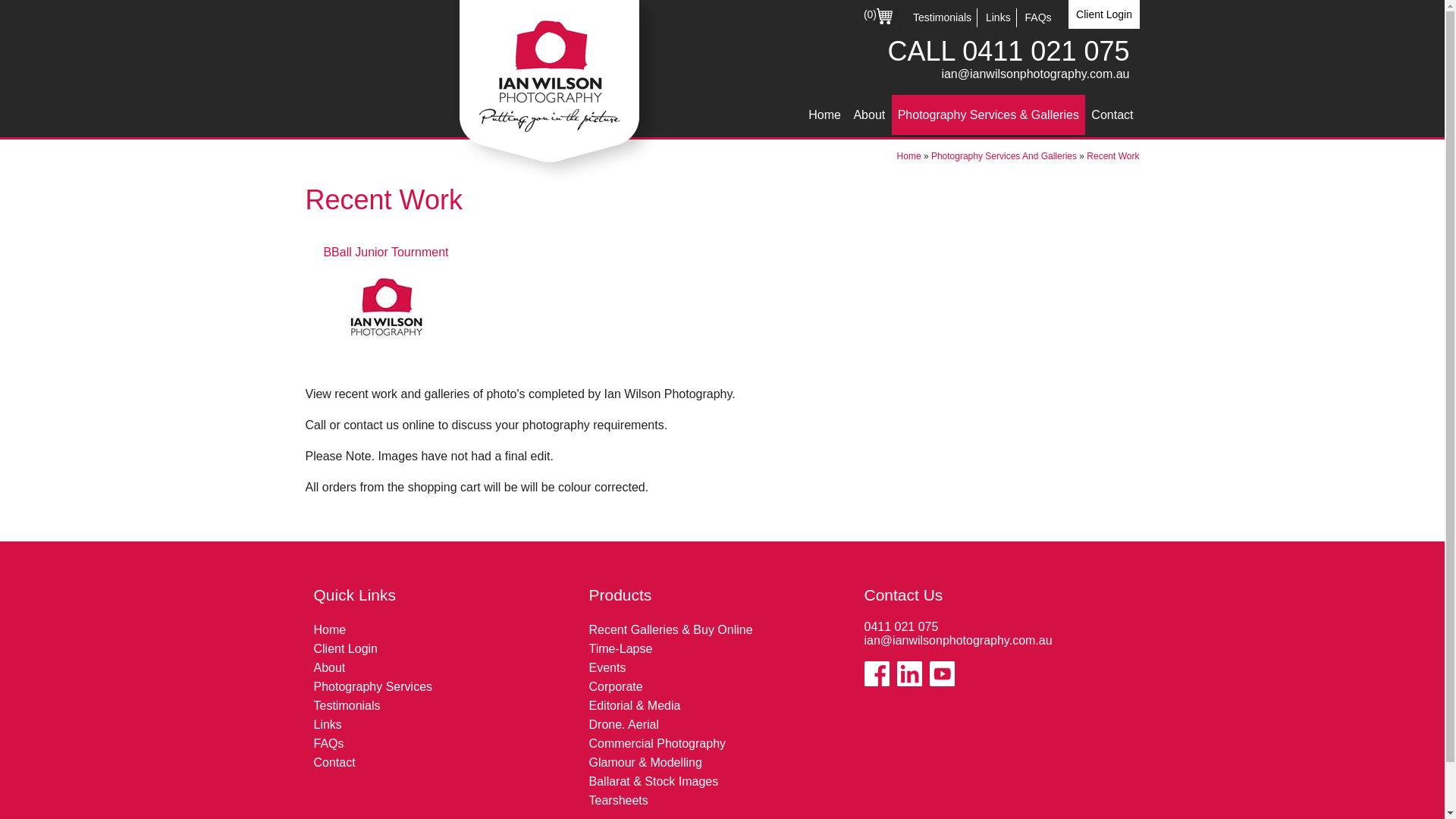  What do you see at coordinates (1103, 14) in the screenshot?
I see `'Client Login'` at bounding box center [1103, 14].